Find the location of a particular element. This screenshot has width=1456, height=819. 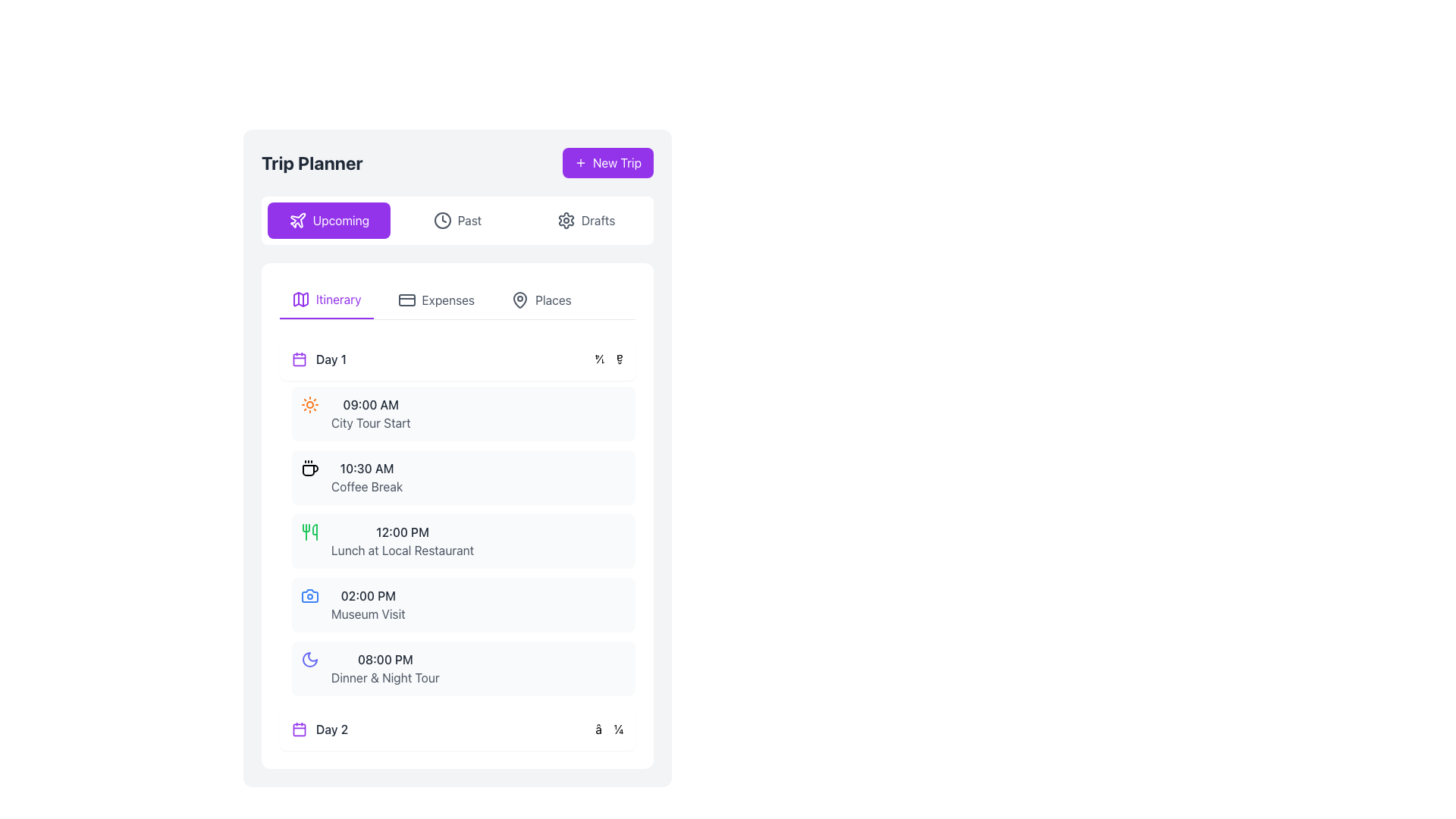

the crescent moon icon representing the night or dark mode theme, located above the 'Day 2' label in the itinerary is located at coordinates (309, 659).